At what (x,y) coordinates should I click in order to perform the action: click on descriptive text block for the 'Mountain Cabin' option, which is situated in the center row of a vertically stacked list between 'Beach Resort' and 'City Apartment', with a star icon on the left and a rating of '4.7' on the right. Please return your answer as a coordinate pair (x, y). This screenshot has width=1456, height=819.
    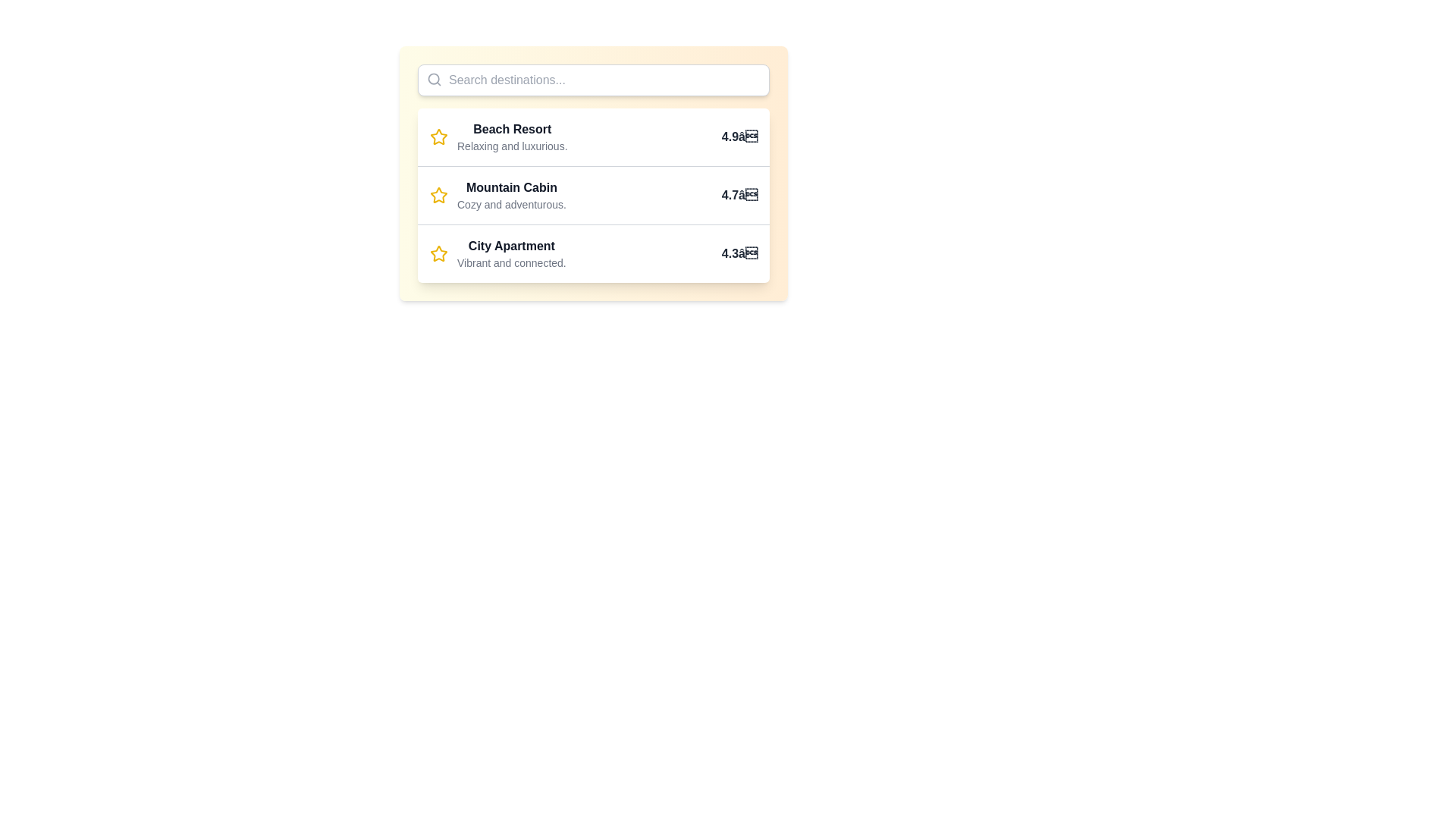
    Looking at the image, I should click on (512, 195).